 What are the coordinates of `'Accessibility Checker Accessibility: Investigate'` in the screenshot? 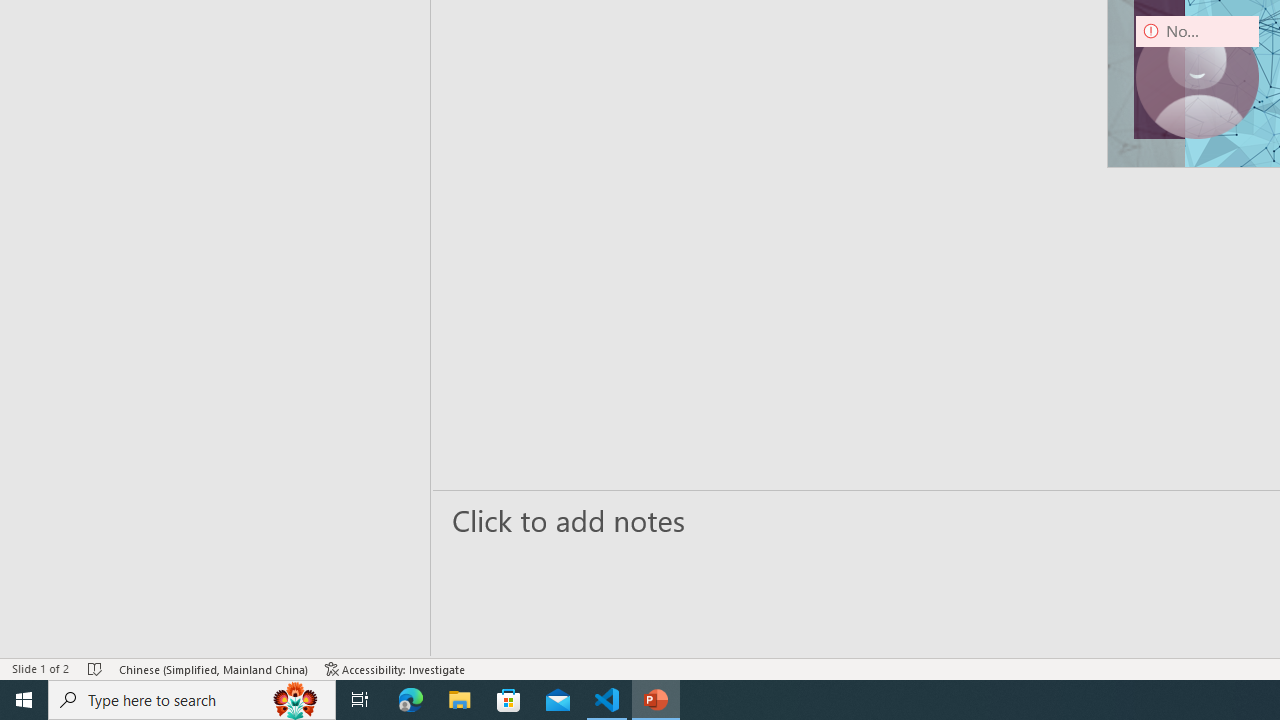 It's located at (395, 669).